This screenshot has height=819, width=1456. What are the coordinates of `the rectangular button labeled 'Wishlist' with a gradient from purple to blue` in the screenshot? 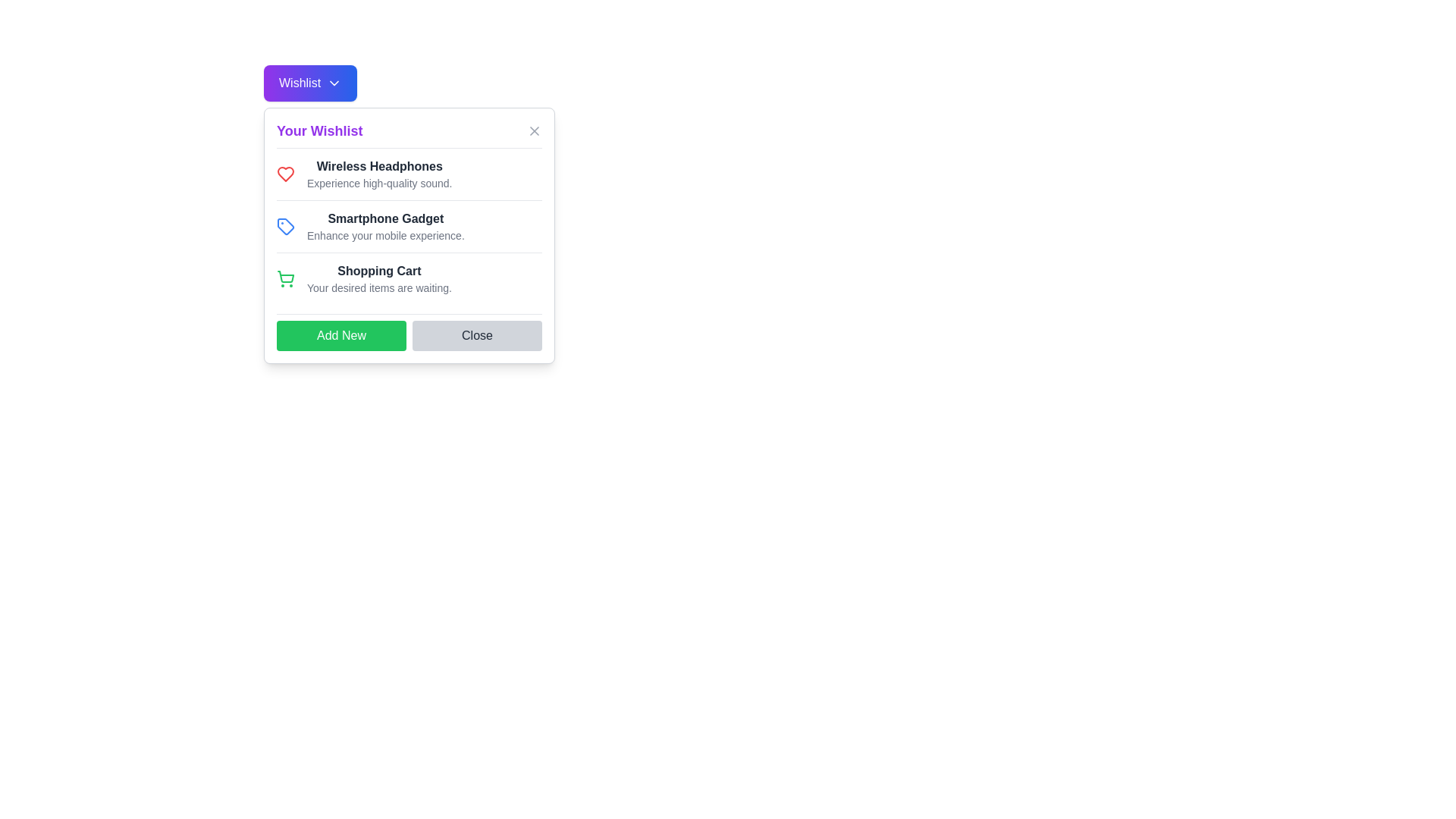 It's located at (309, 83).